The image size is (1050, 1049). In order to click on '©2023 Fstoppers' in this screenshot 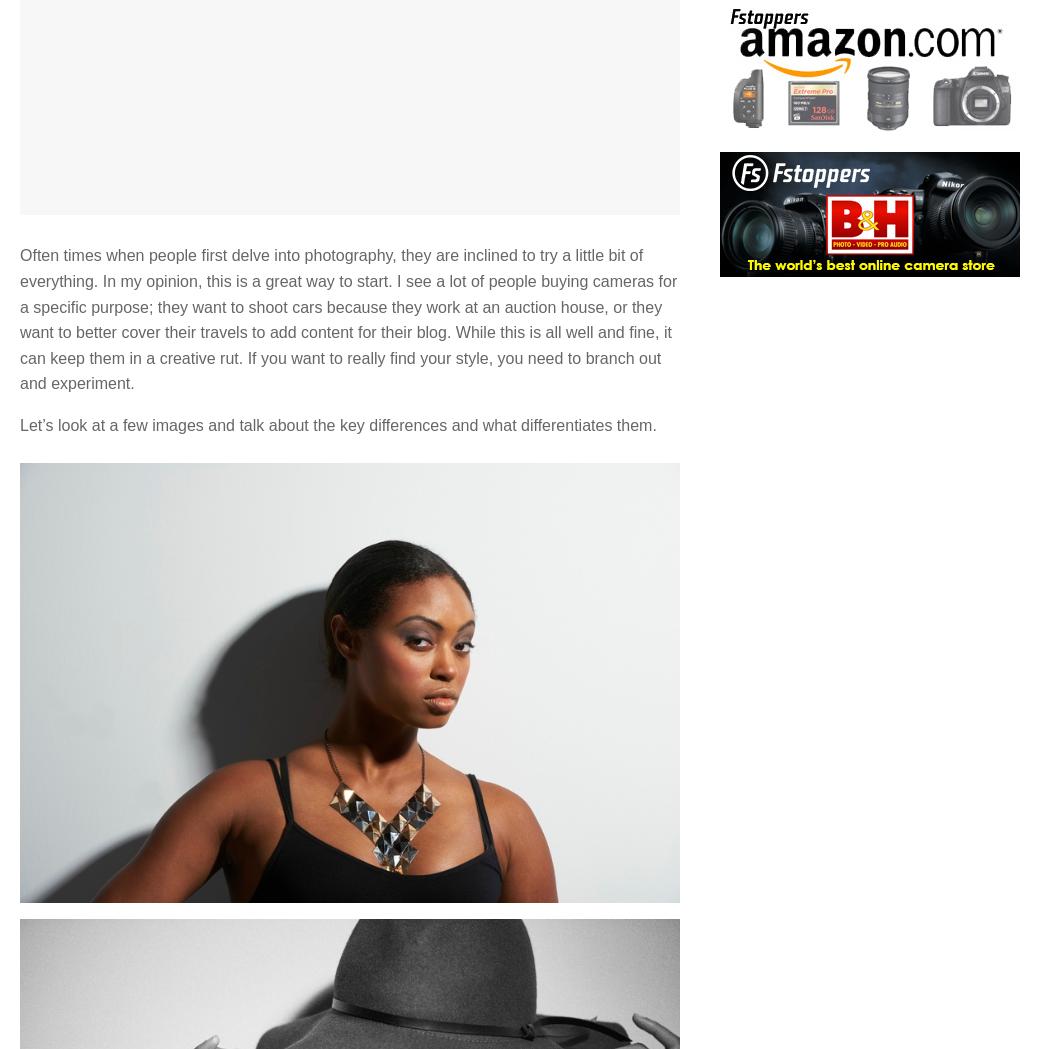, I will do `click(530, 857)`.